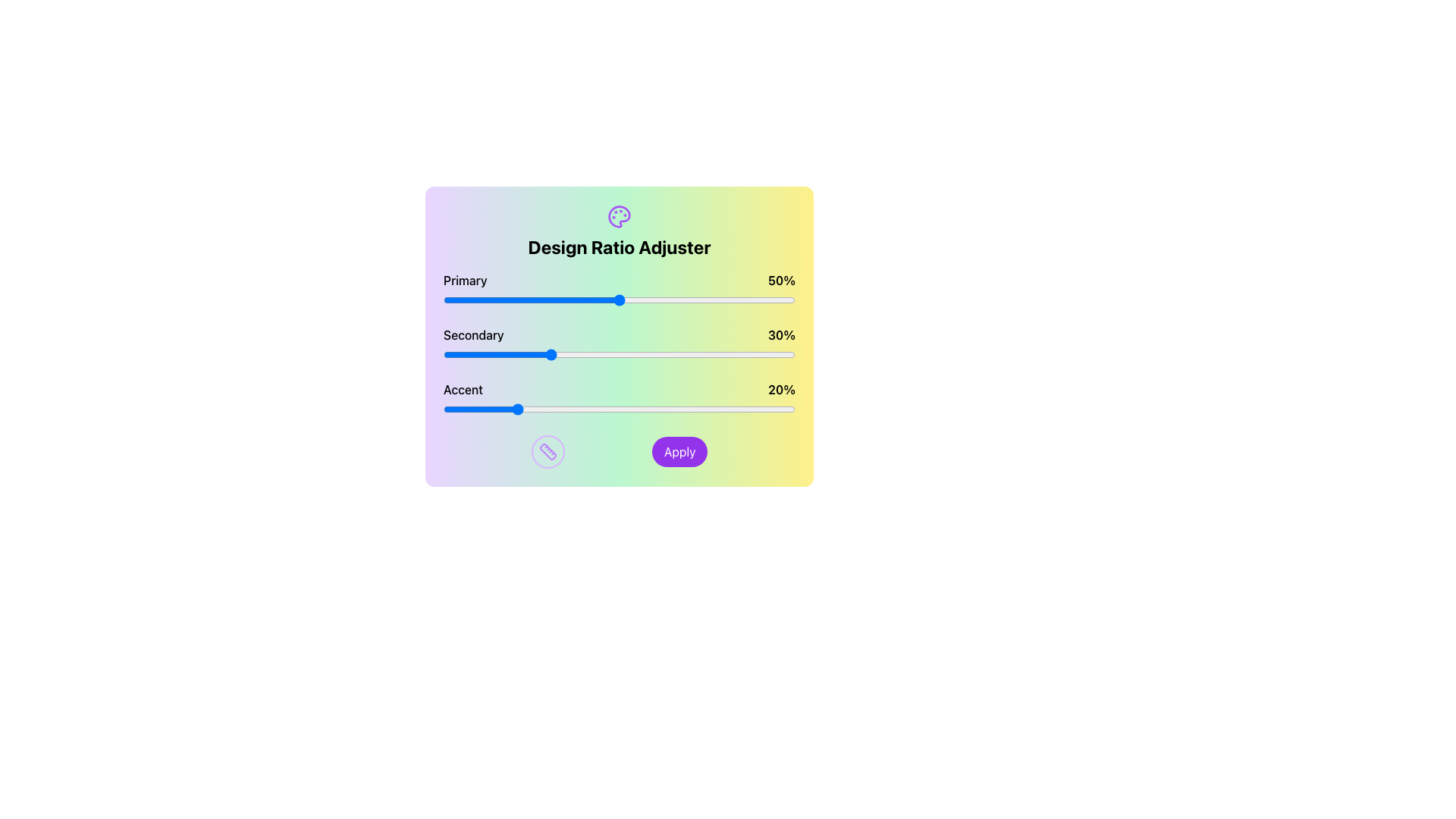 The width and height of the screenshot is (1456, 819). Describe the element at coordinates (500, 409) in the screenshot. I see `the accent ratio` at that location.